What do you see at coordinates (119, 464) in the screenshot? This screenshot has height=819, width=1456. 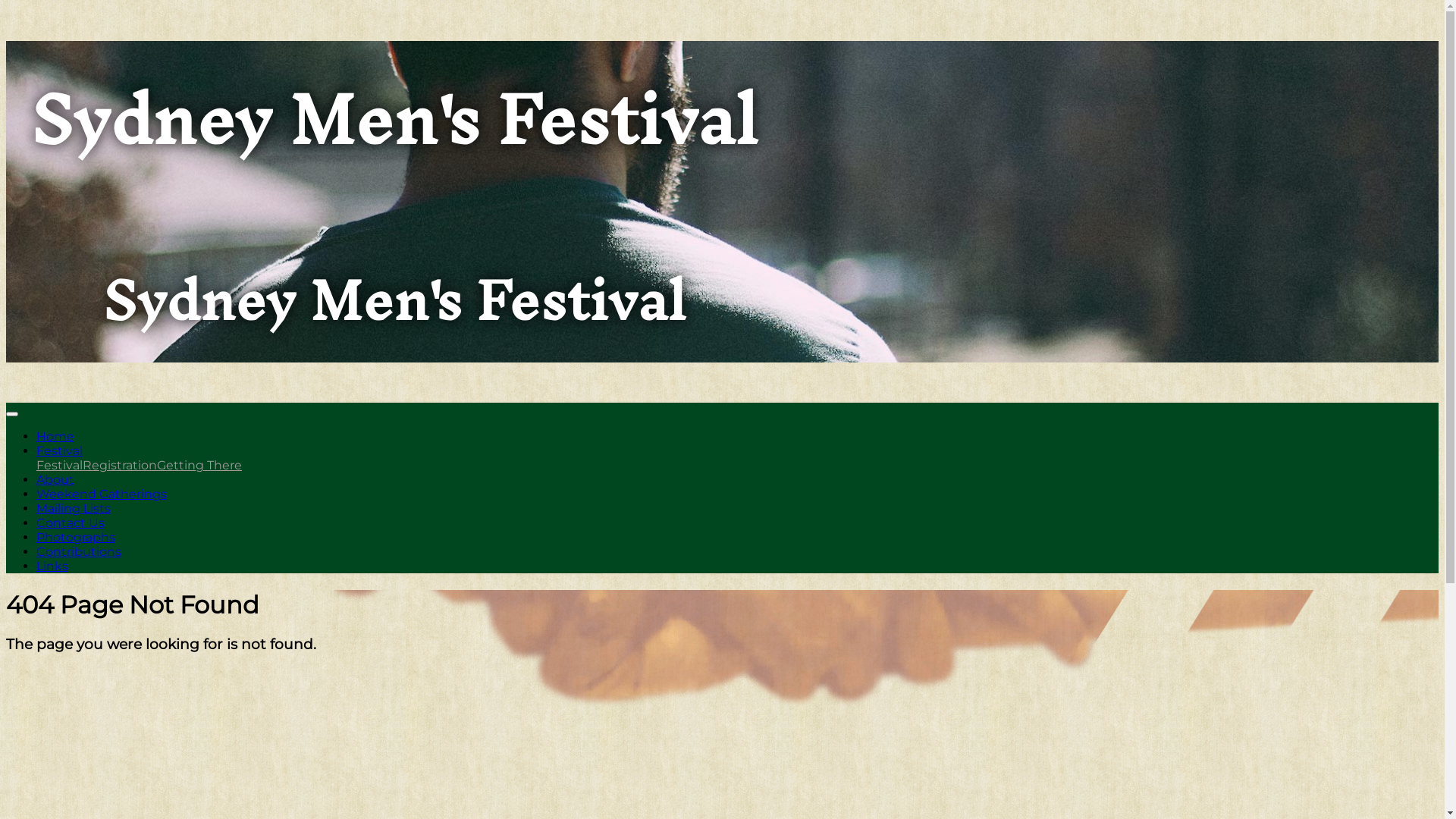 I see `'Registration'` at bounding box center [119, 464].